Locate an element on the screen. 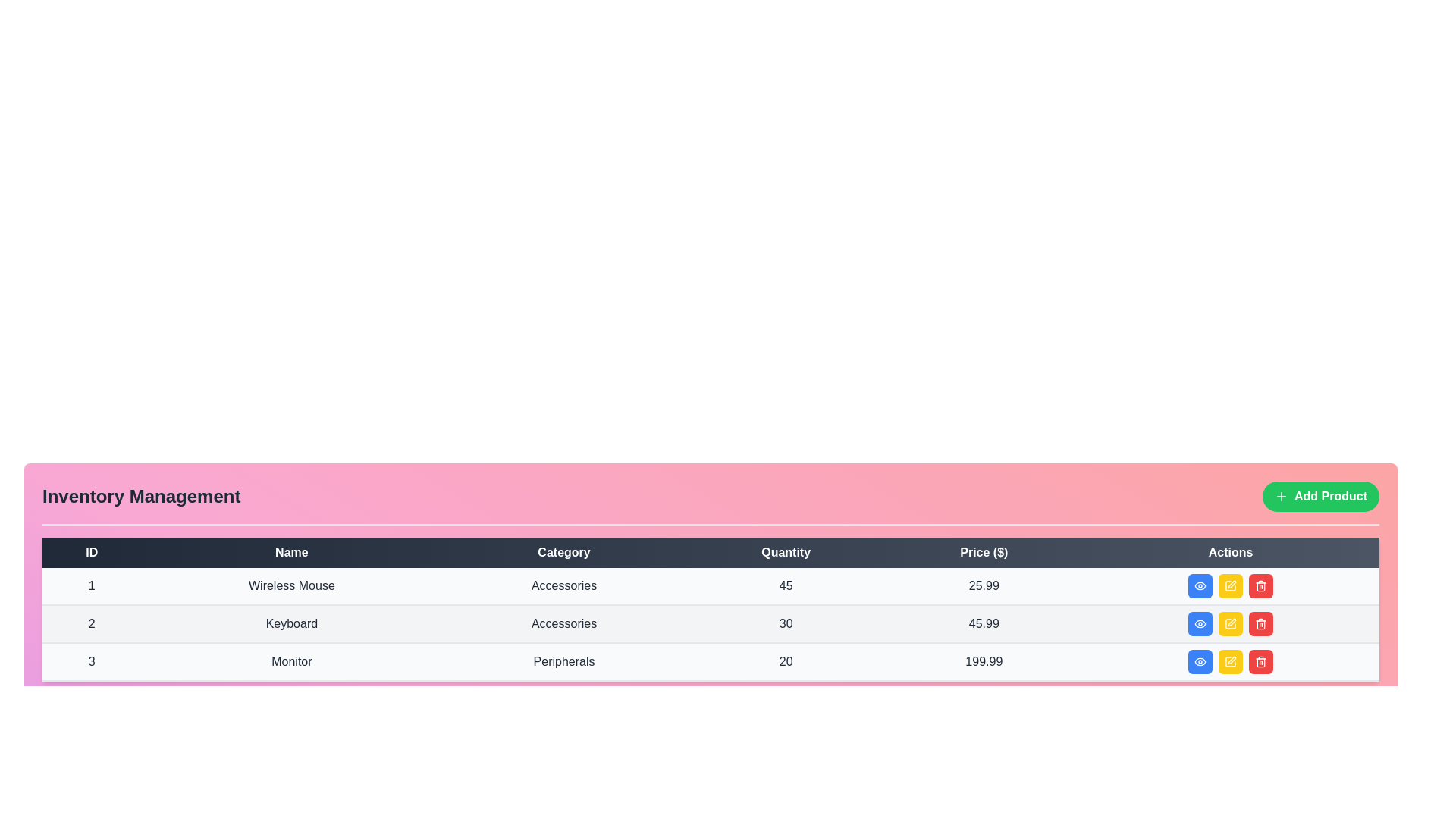  the yellow edit button located in the 'Actions' column of the third row in the table to trigger styling changes is located at coordinates (1231, 661).